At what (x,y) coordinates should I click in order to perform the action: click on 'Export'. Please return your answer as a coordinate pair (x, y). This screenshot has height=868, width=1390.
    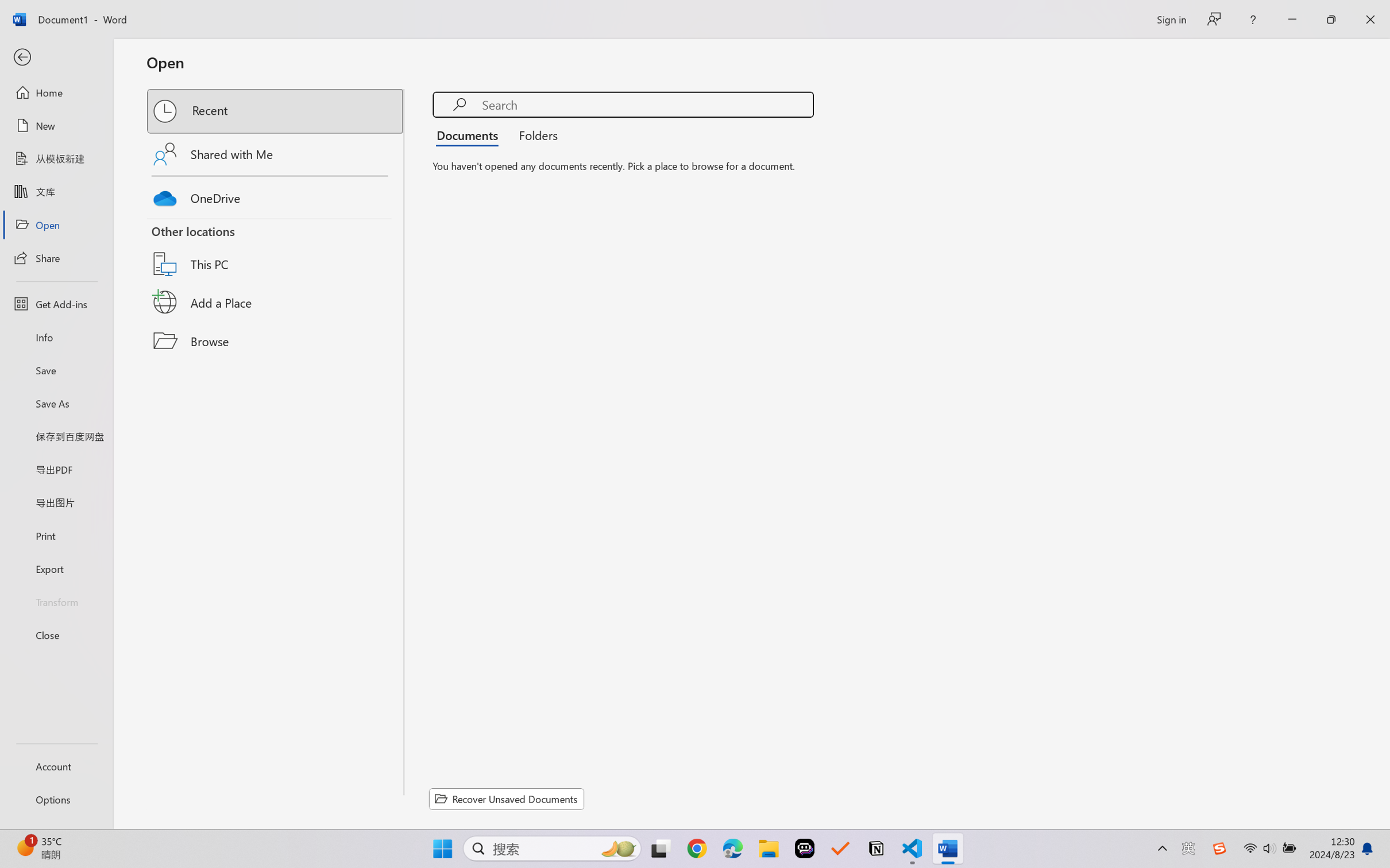
    Looking at the image, I should click on (56, 568).